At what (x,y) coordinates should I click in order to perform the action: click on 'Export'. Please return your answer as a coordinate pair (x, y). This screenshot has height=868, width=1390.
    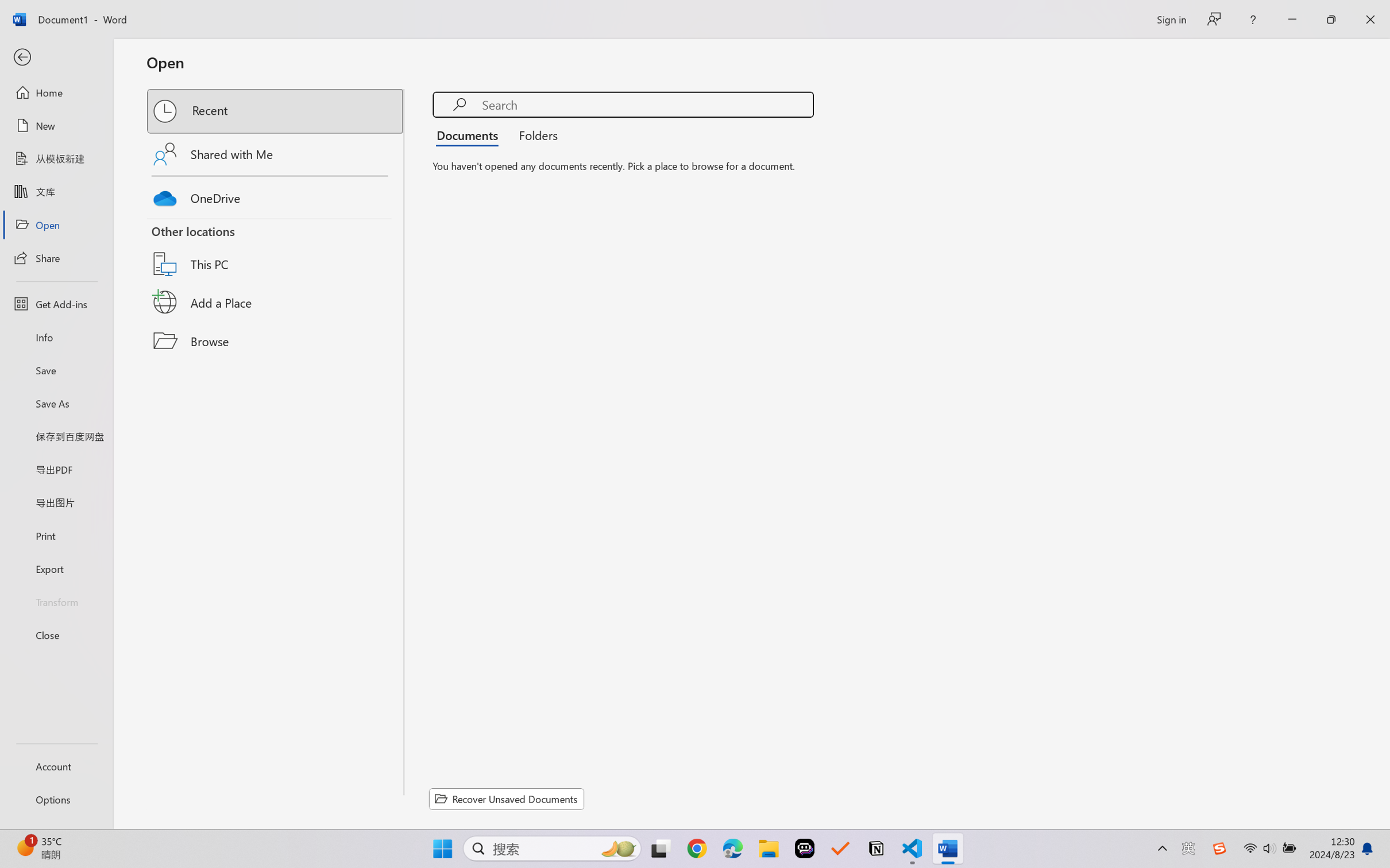
    Looking at the image, I should click on (56, 568).